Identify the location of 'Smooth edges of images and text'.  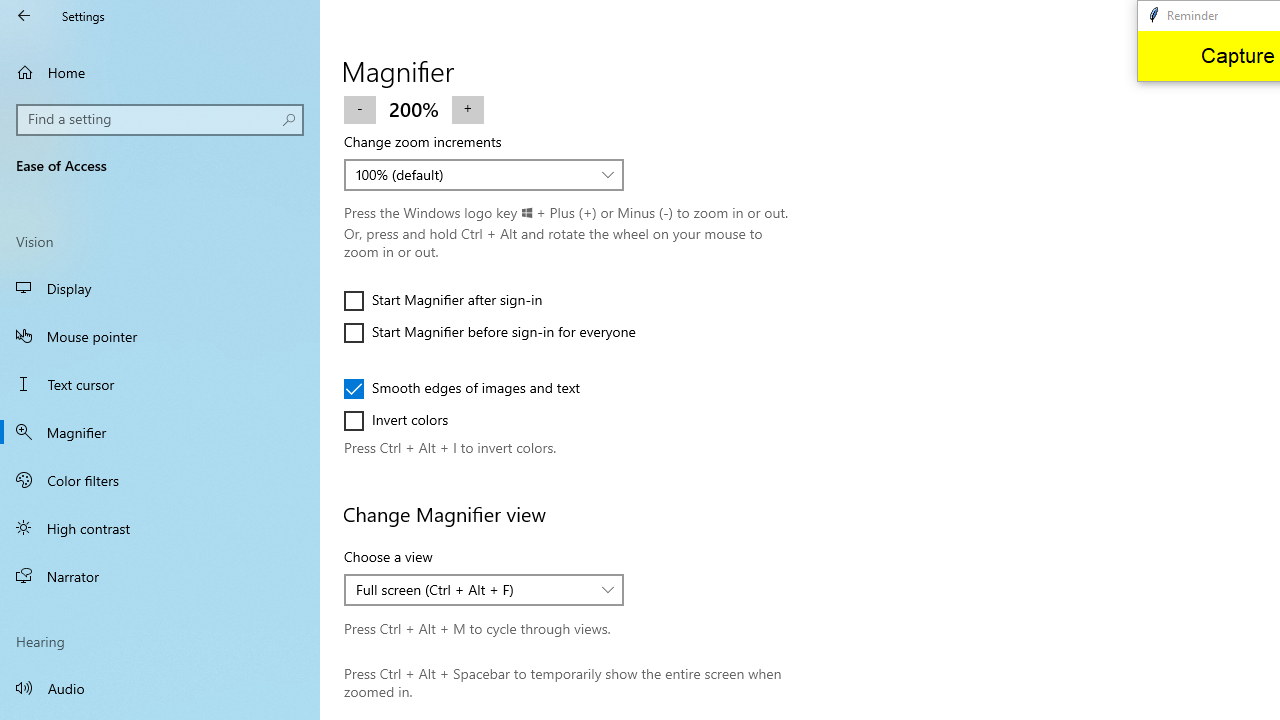
(461, 388).